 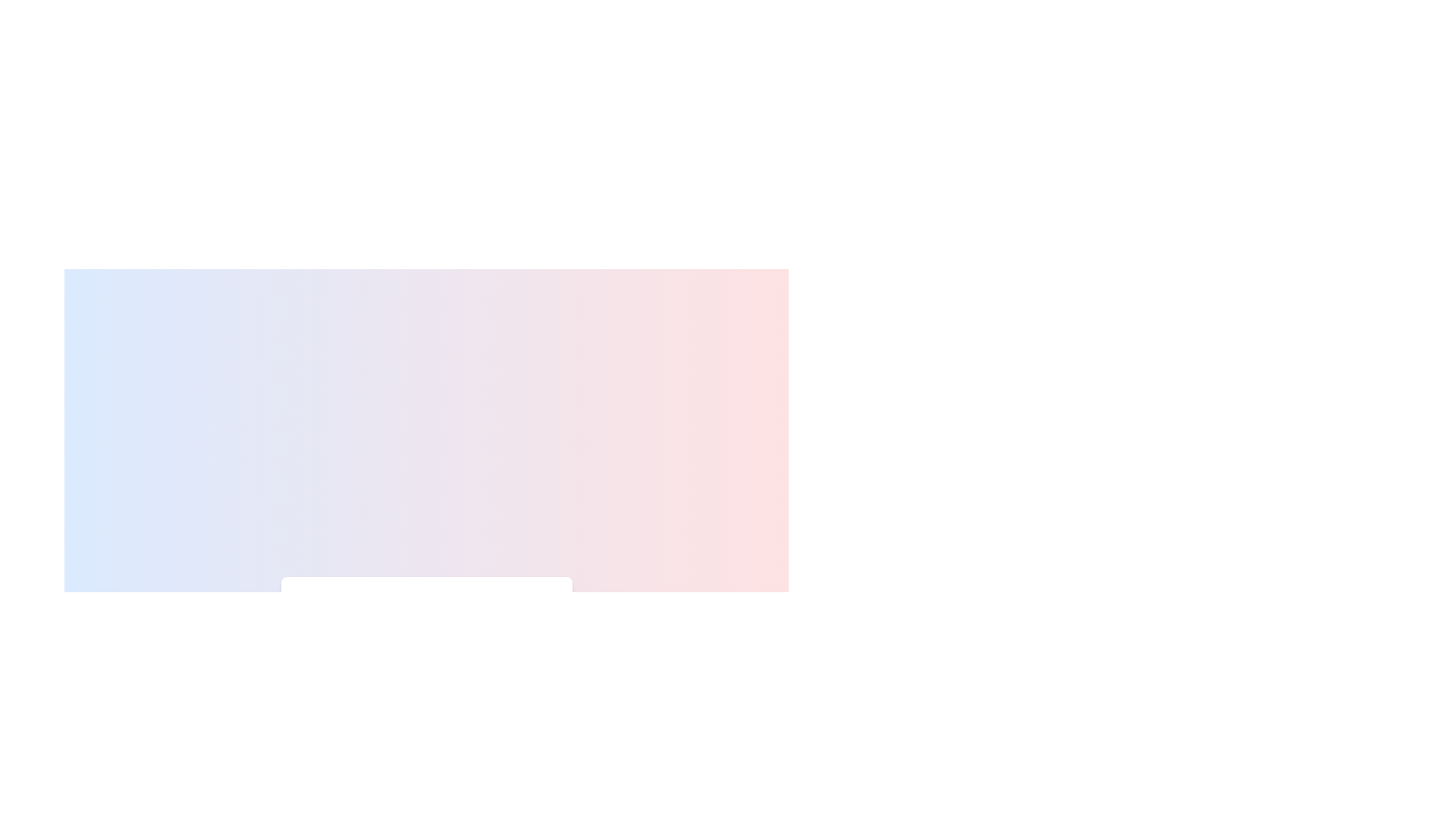 What do you see at coordinates (513, 652) in the screenshot?
I see `the temperature slider to 84%` at bounding box center [513, 652].